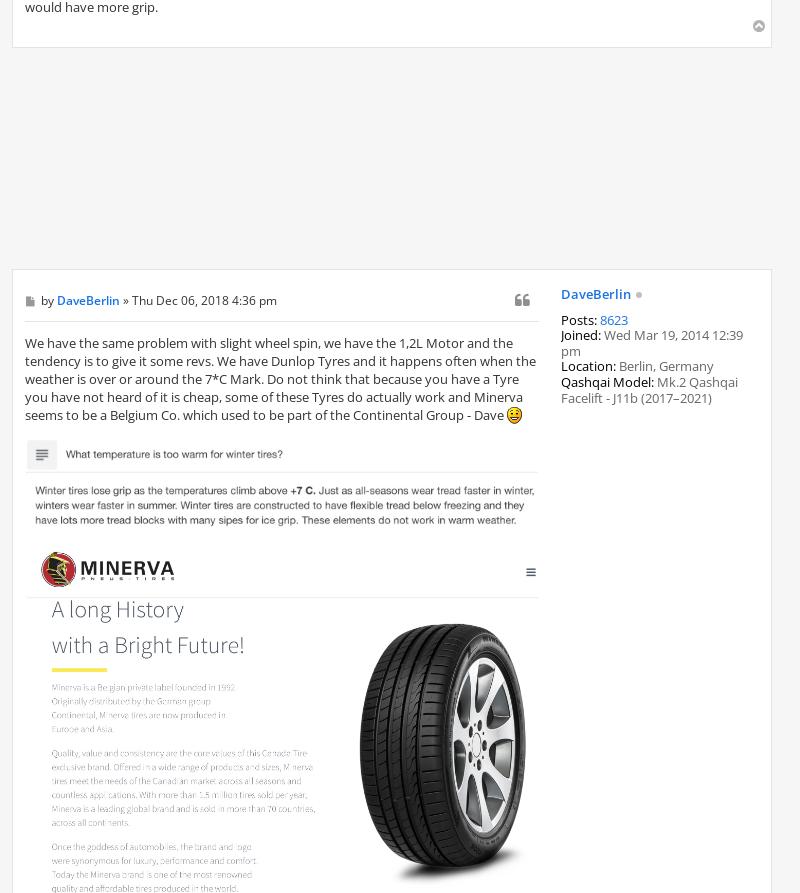  Describe the element at coordinates (203, 300) in the screenshot. I see `'Thu Dec 06, 2018 4:36 pm'` at that location.